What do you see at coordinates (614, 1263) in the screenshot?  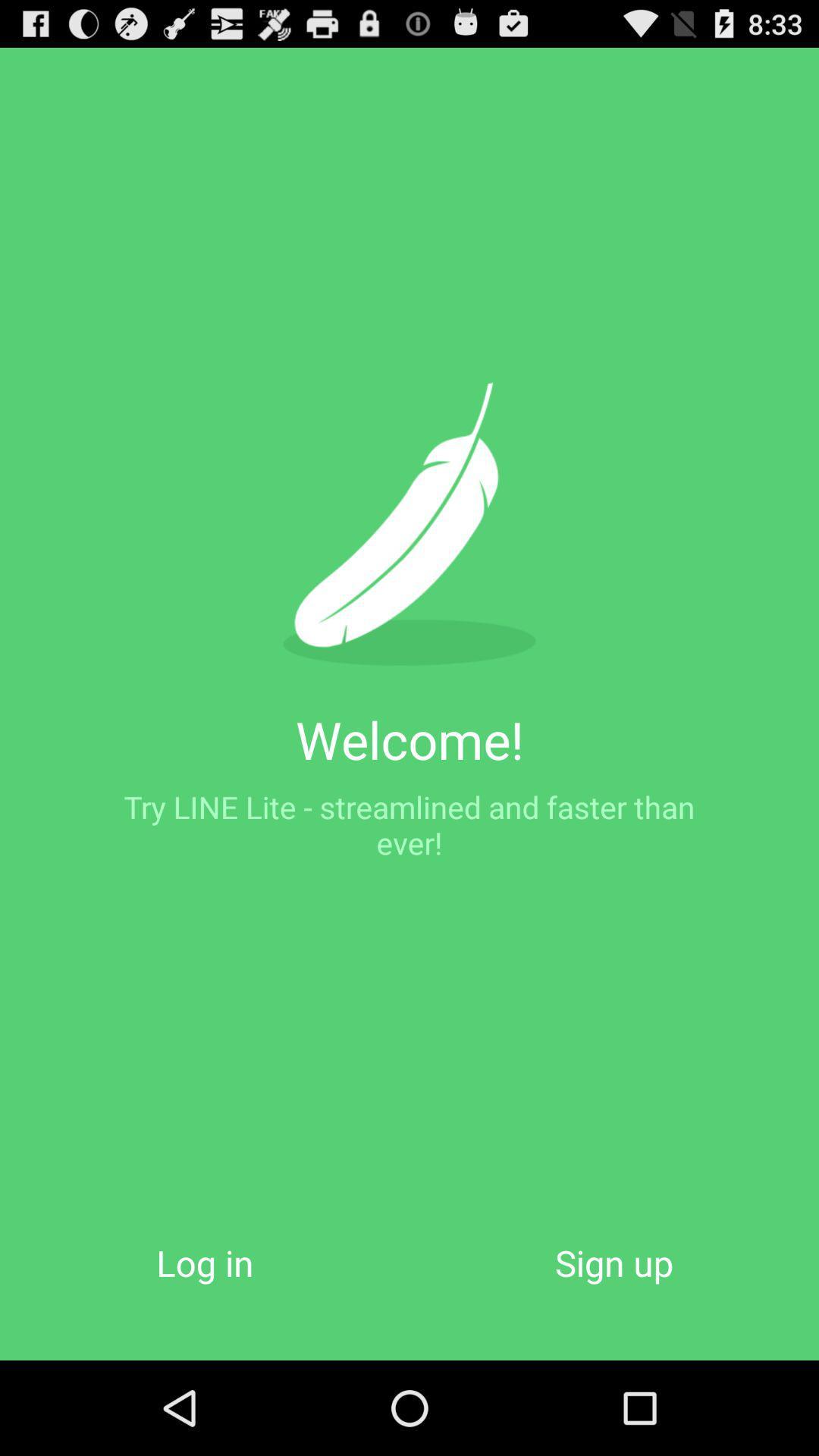 I see `sign up item` at bounding box center [614, 1263].